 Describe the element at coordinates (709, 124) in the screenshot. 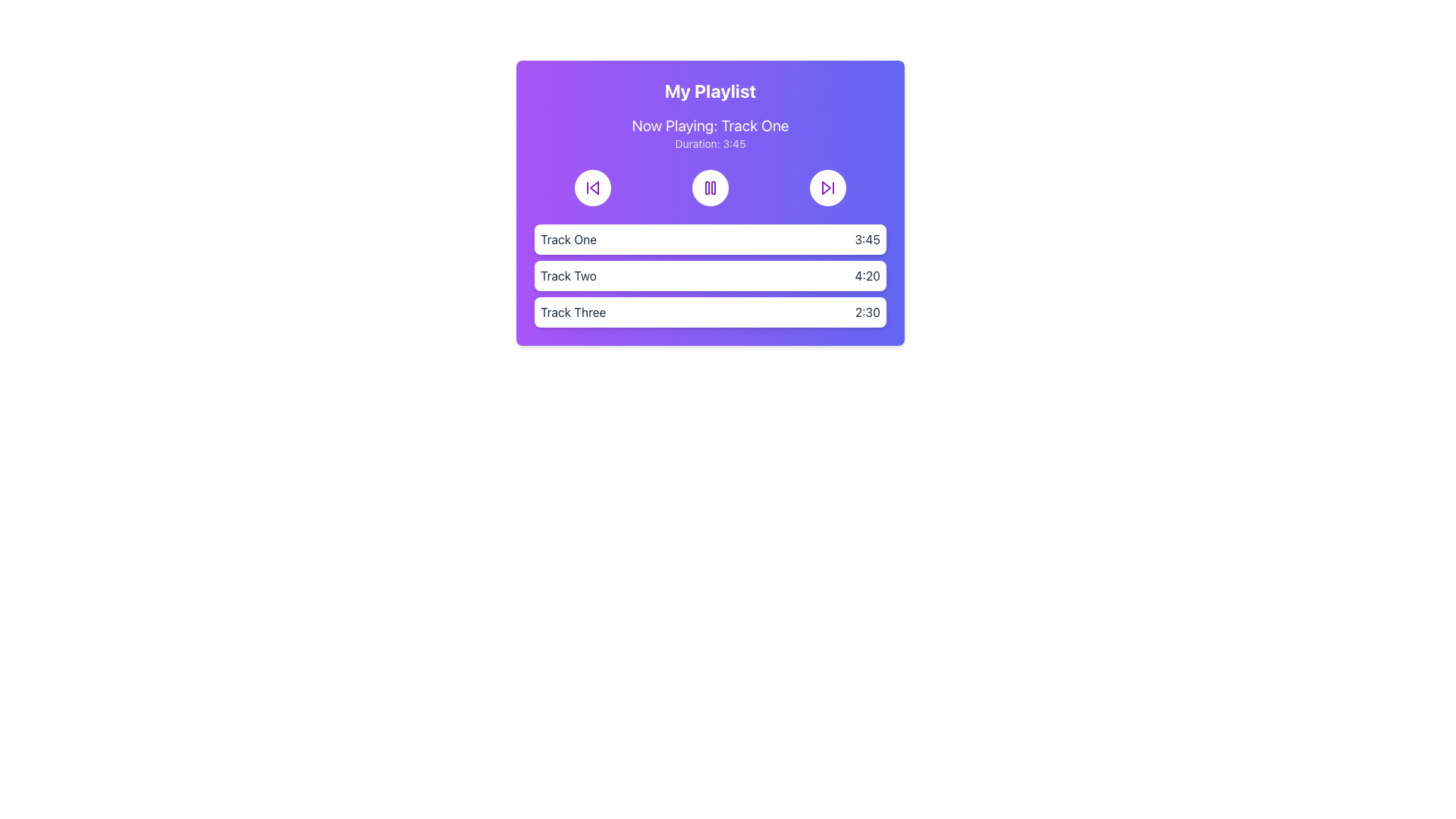

I see `the text element displaying the currently playing track title, located under 'My Playlist' and above the duration text` at that location.